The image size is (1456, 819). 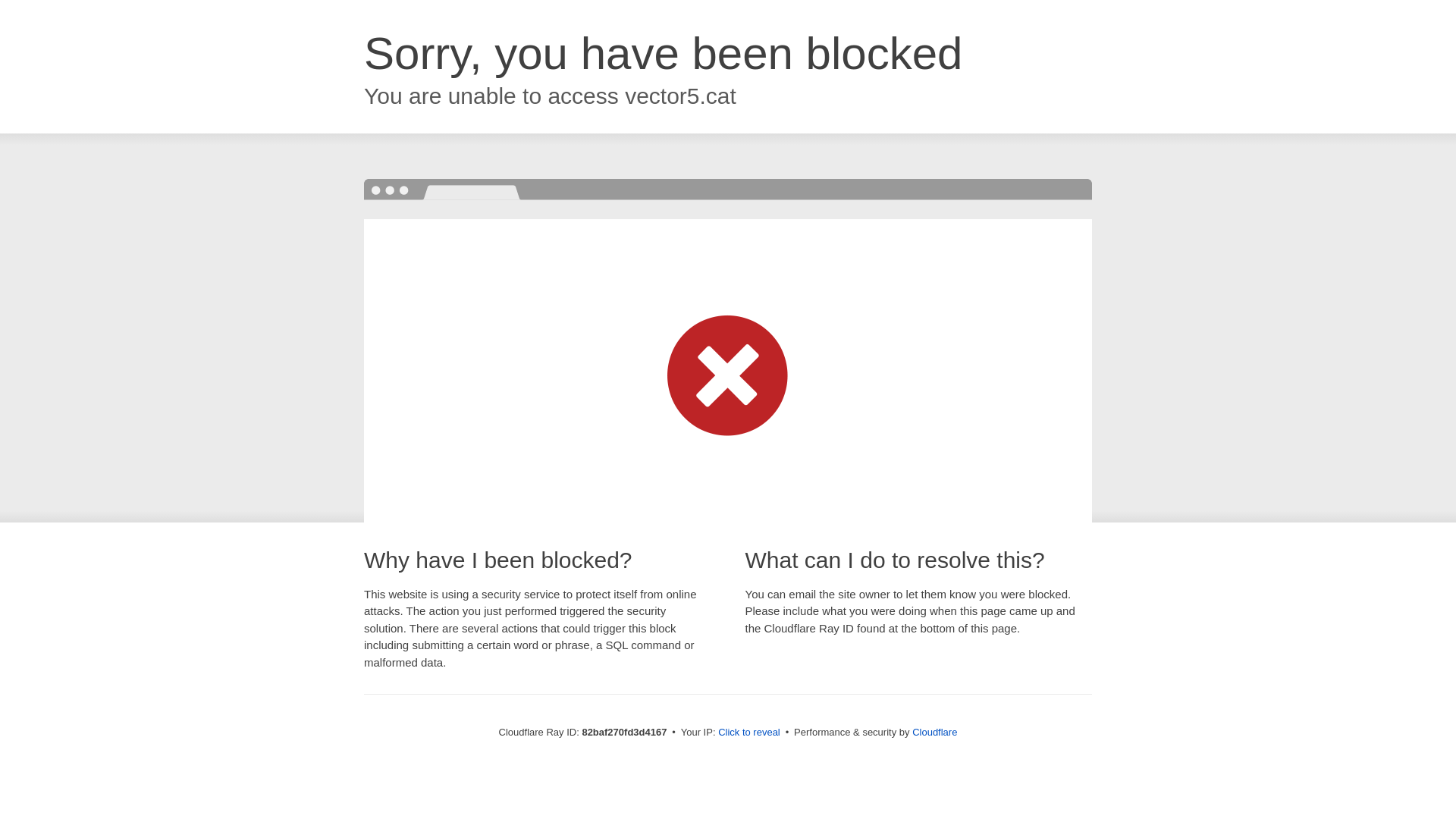 I want to click on 'Cloudflare', so click(x=934, y=731).